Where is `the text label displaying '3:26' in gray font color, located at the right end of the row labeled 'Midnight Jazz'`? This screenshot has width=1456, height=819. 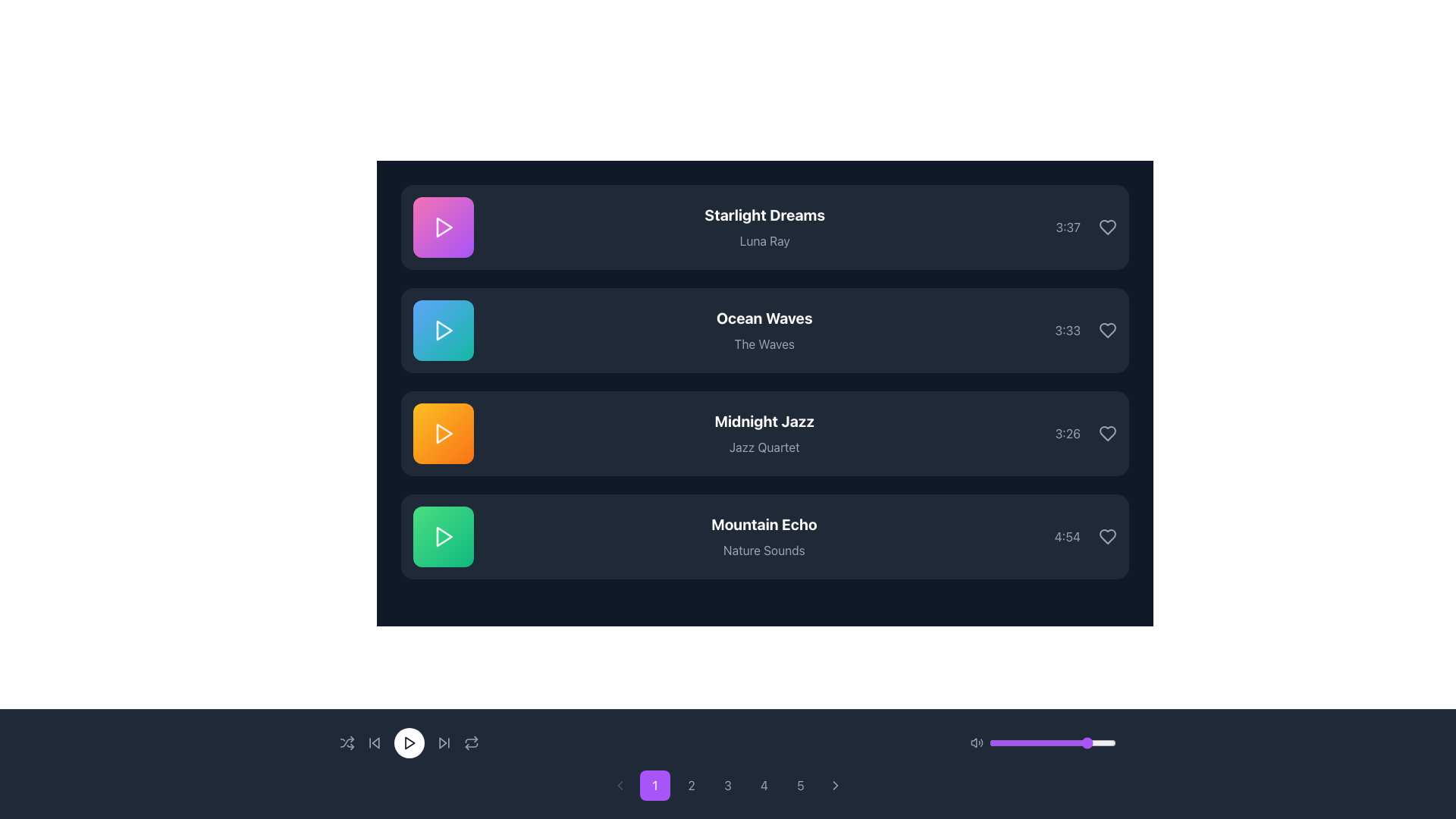 the text label displaying '3:26' in gray font color, located at the right end of the row labeled 'Midnight Jazz' is located at coordinates (1067, 433).